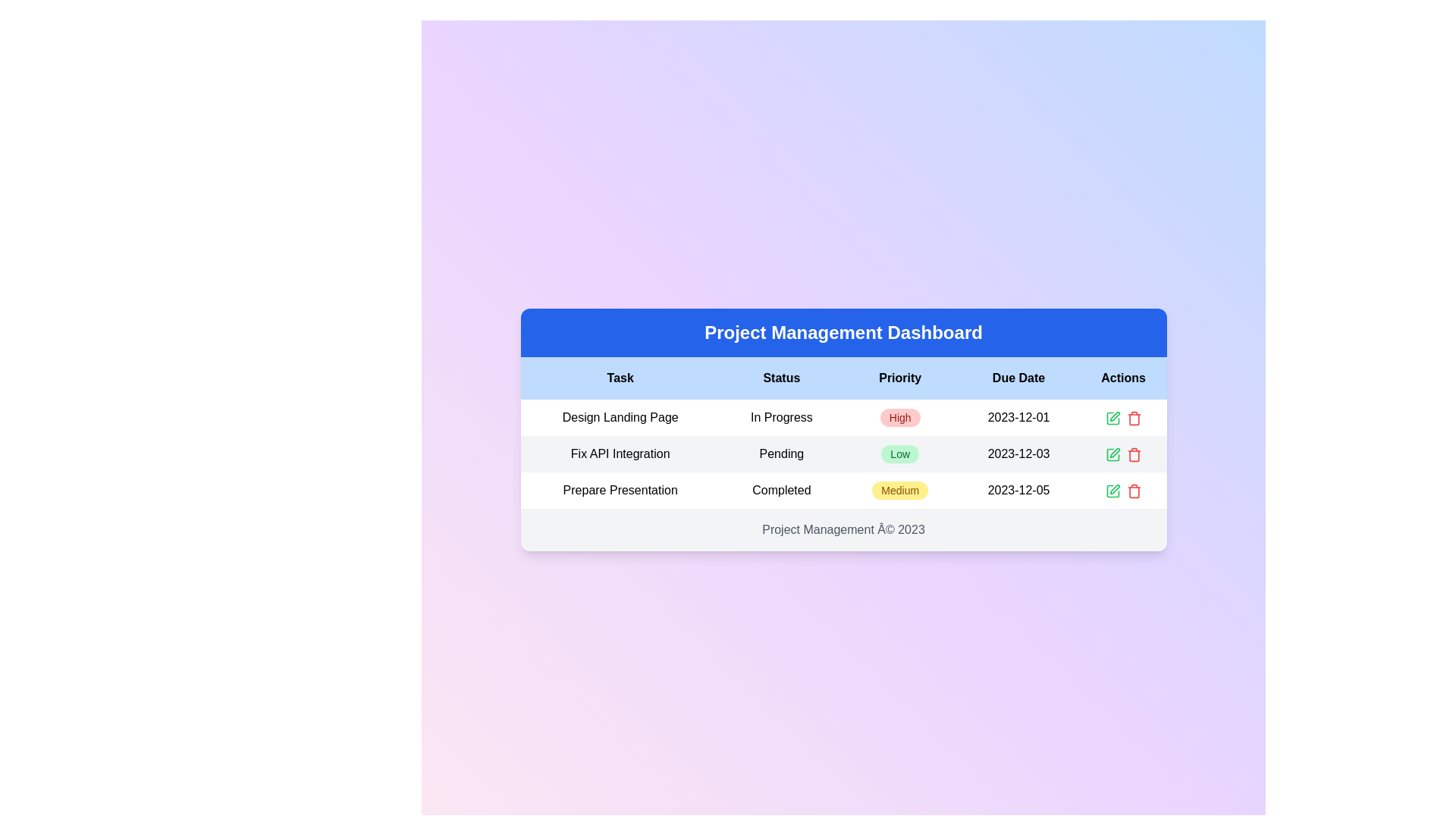 This screenshot has height=819, width=1456. What do you see at coordinates (900, 491) in the screenshot?
I see `the rounded badge with a yellow background and the text 'Medium' in brownish font located in the 'Priority' column of the task 'Prepare Presentation'` at bounding box center [900, 491].